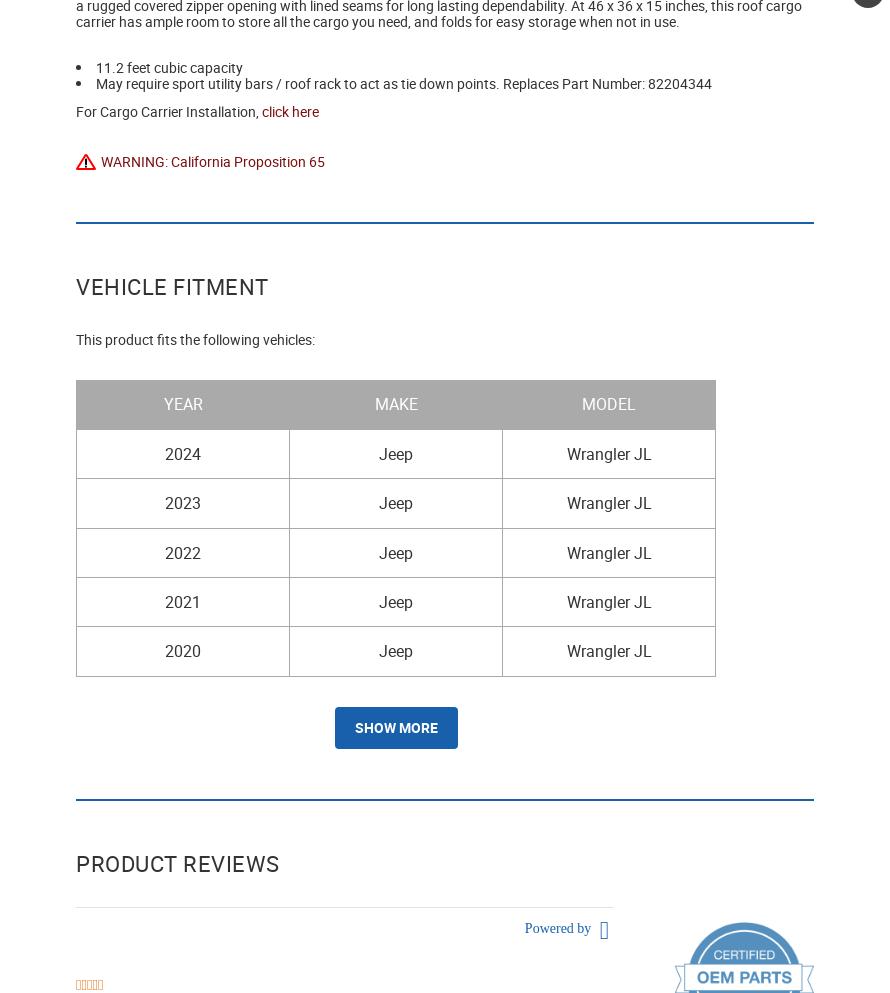 The width and height of the screenshot is (890, 993). I want to click on '2024', so click(182, 453).